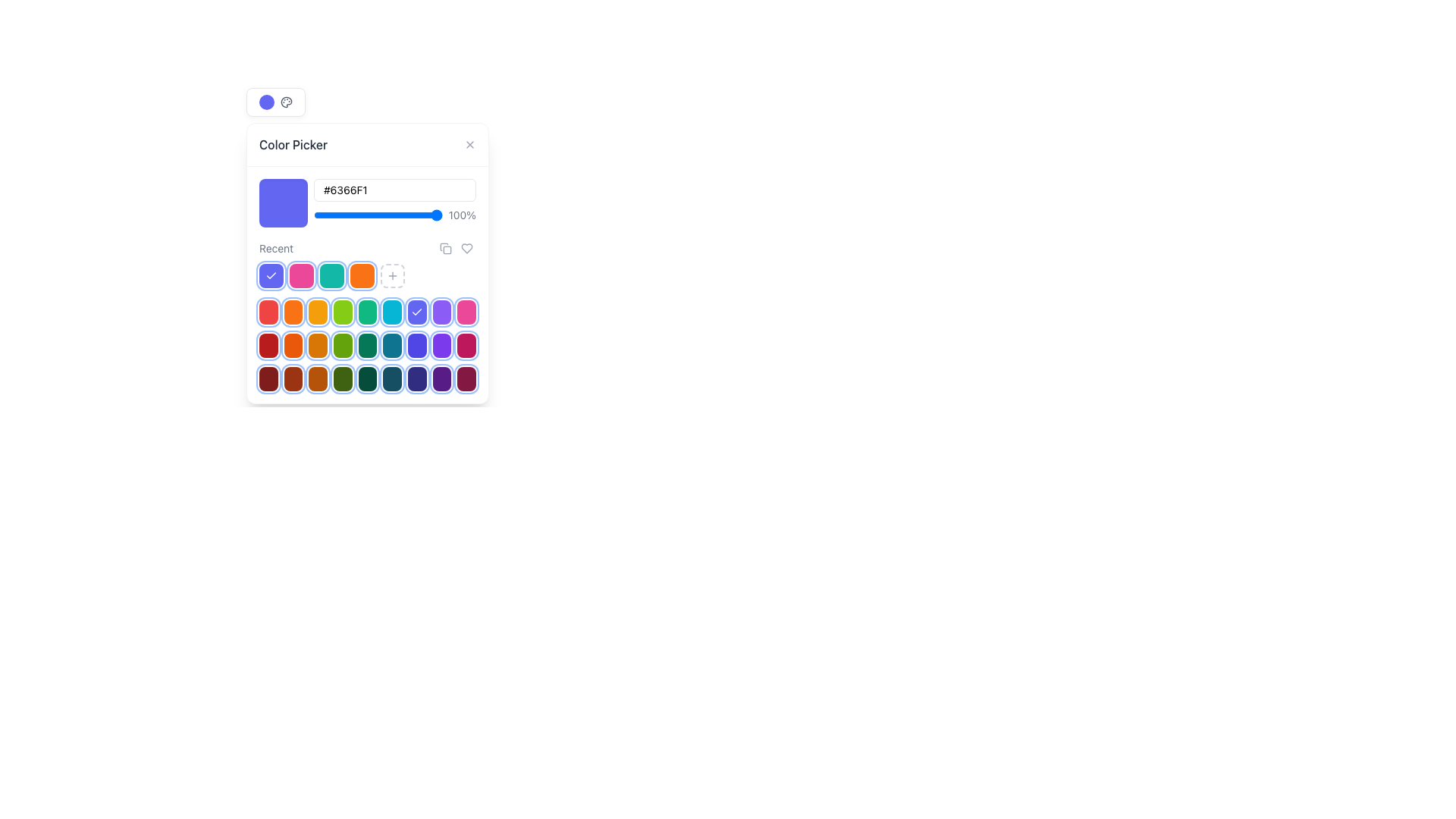 The height and width of the screenshot is (819, 1456). Describe the element at coordinates (268, 378) in the screenshot. I see `the small square button with rounded corners and a dark red background located in the first row and first column of the grid in the color picker interface` at that location.